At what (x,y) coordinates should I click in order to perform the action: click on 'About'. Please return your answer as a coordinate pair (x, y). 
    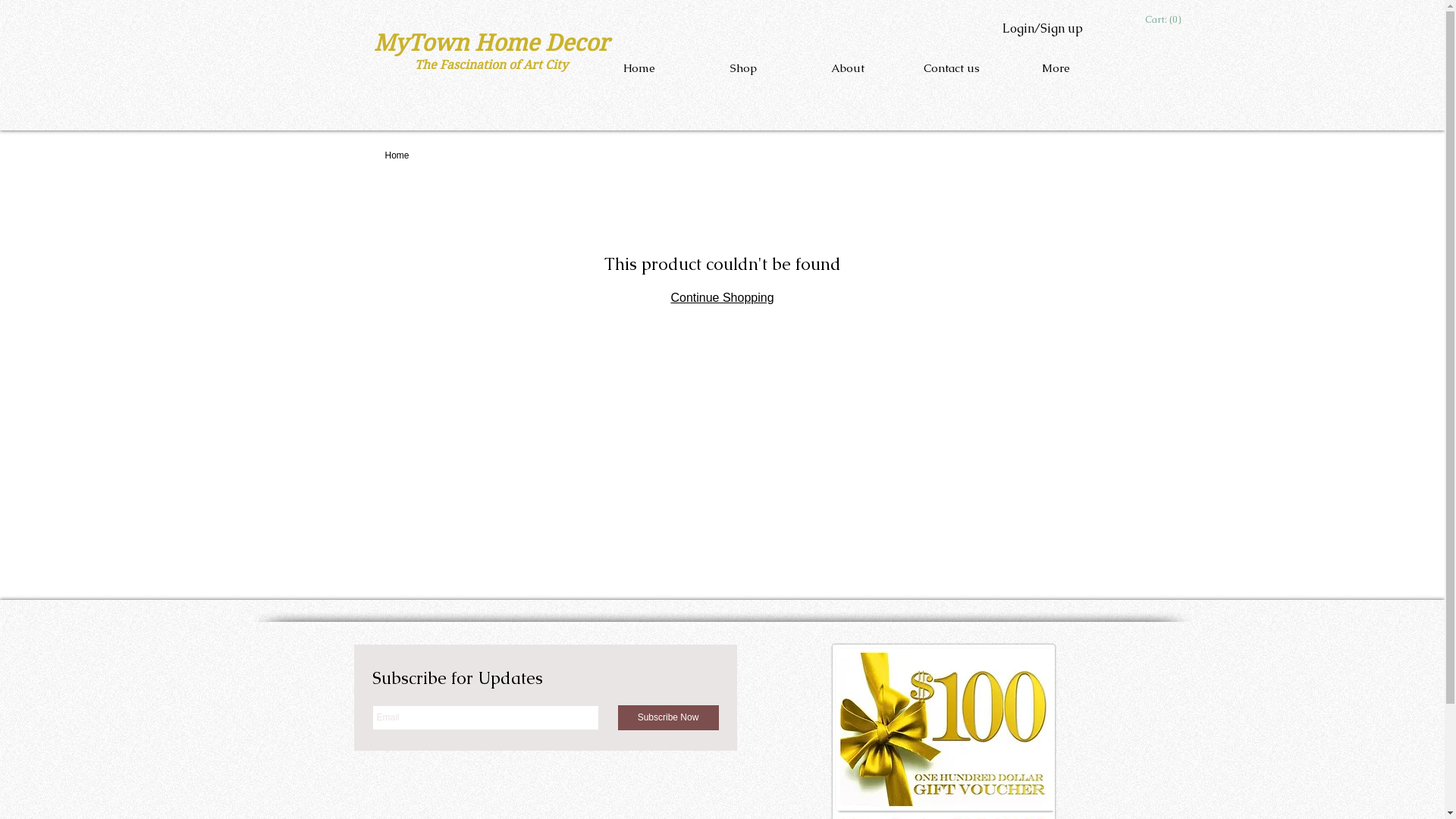
    Looking at the image, I should click on (847, 67).